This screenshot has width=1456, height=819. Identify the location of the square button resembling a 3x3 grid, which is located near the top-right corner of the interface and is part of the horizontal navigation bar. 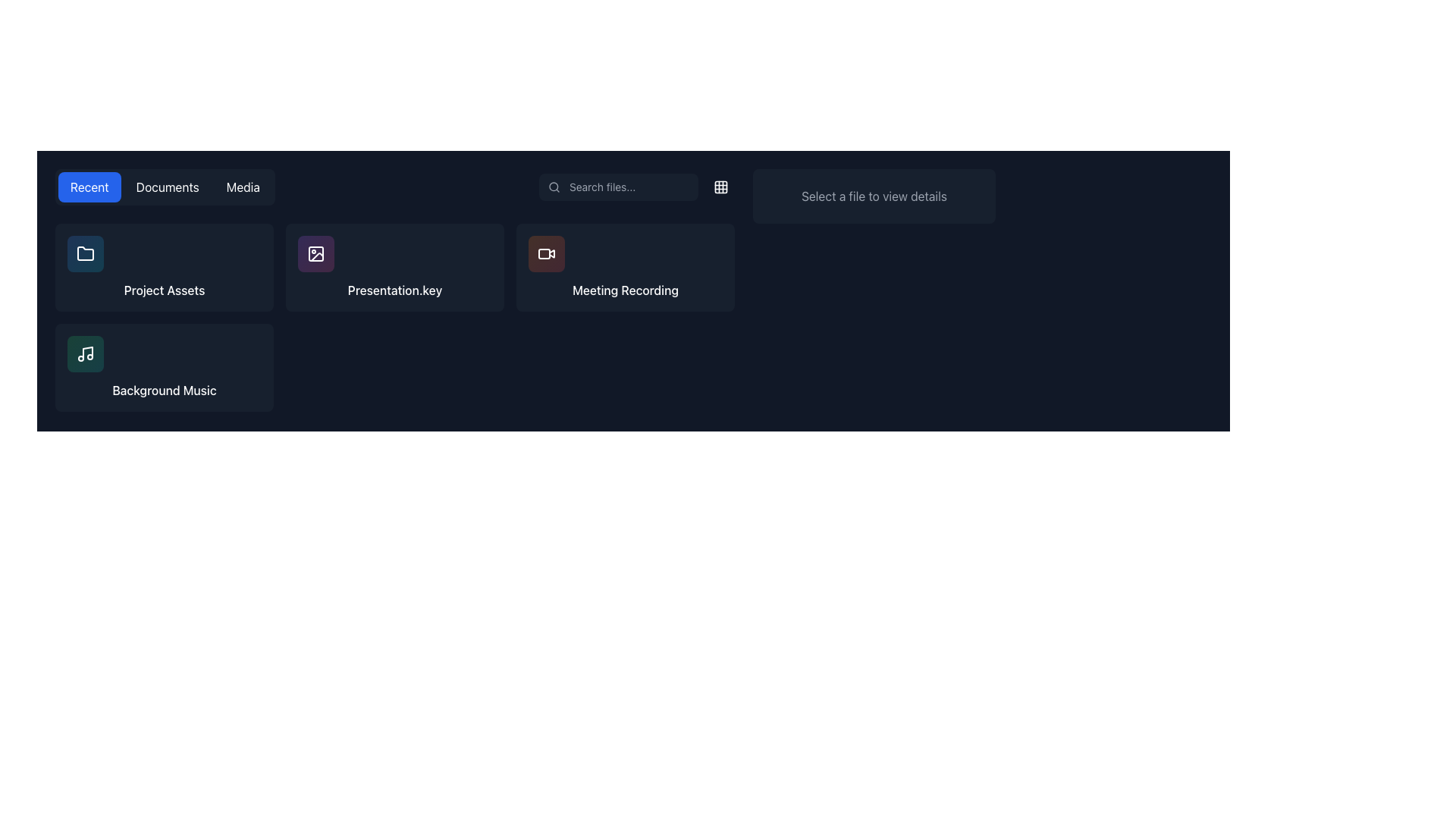
(720, 186).